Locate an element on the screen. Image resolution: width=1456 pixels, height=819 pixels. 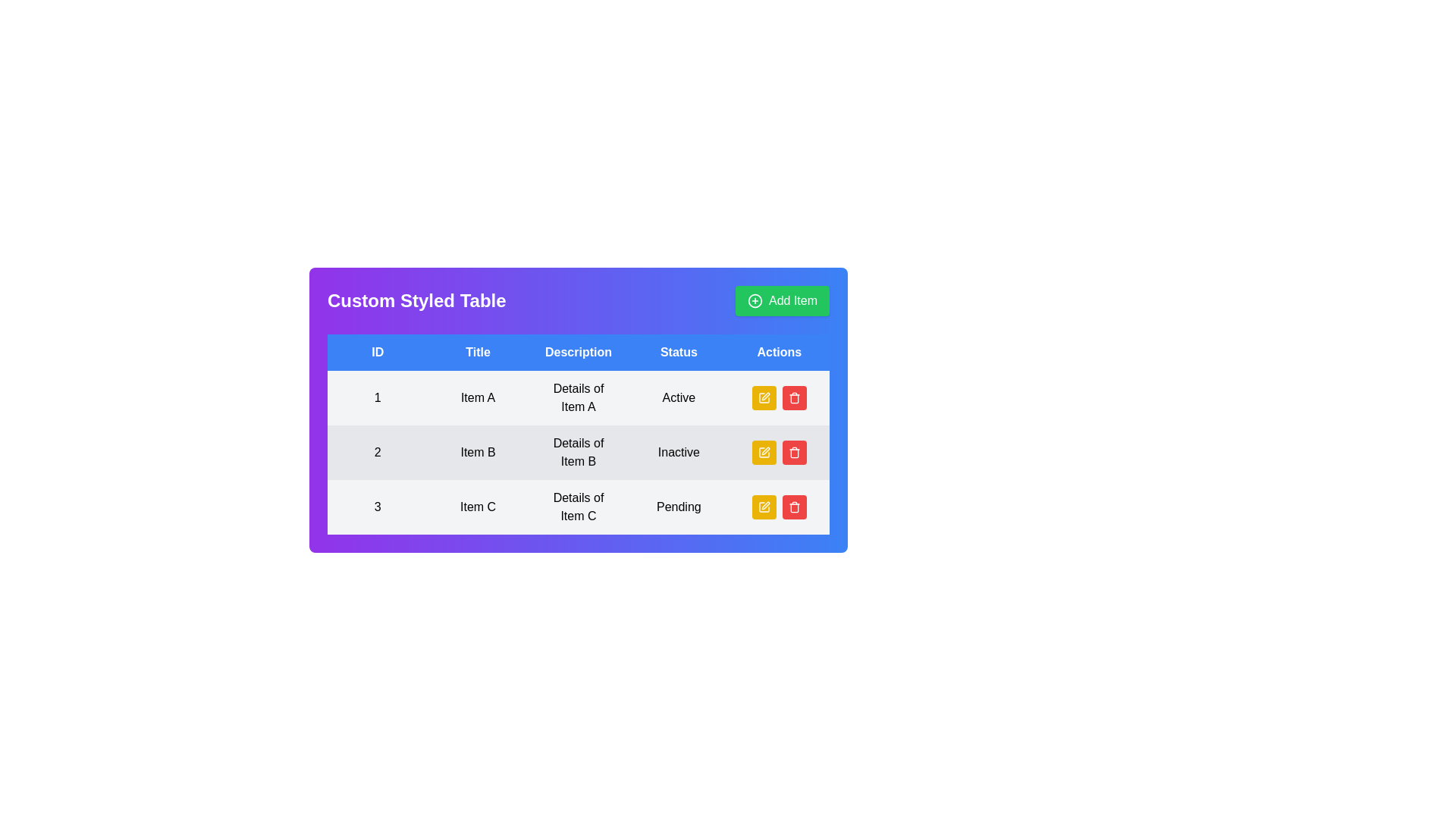
the edit button with an icon located in the second row of the 'Actions' column in the table is located at coordinates (764, 452).